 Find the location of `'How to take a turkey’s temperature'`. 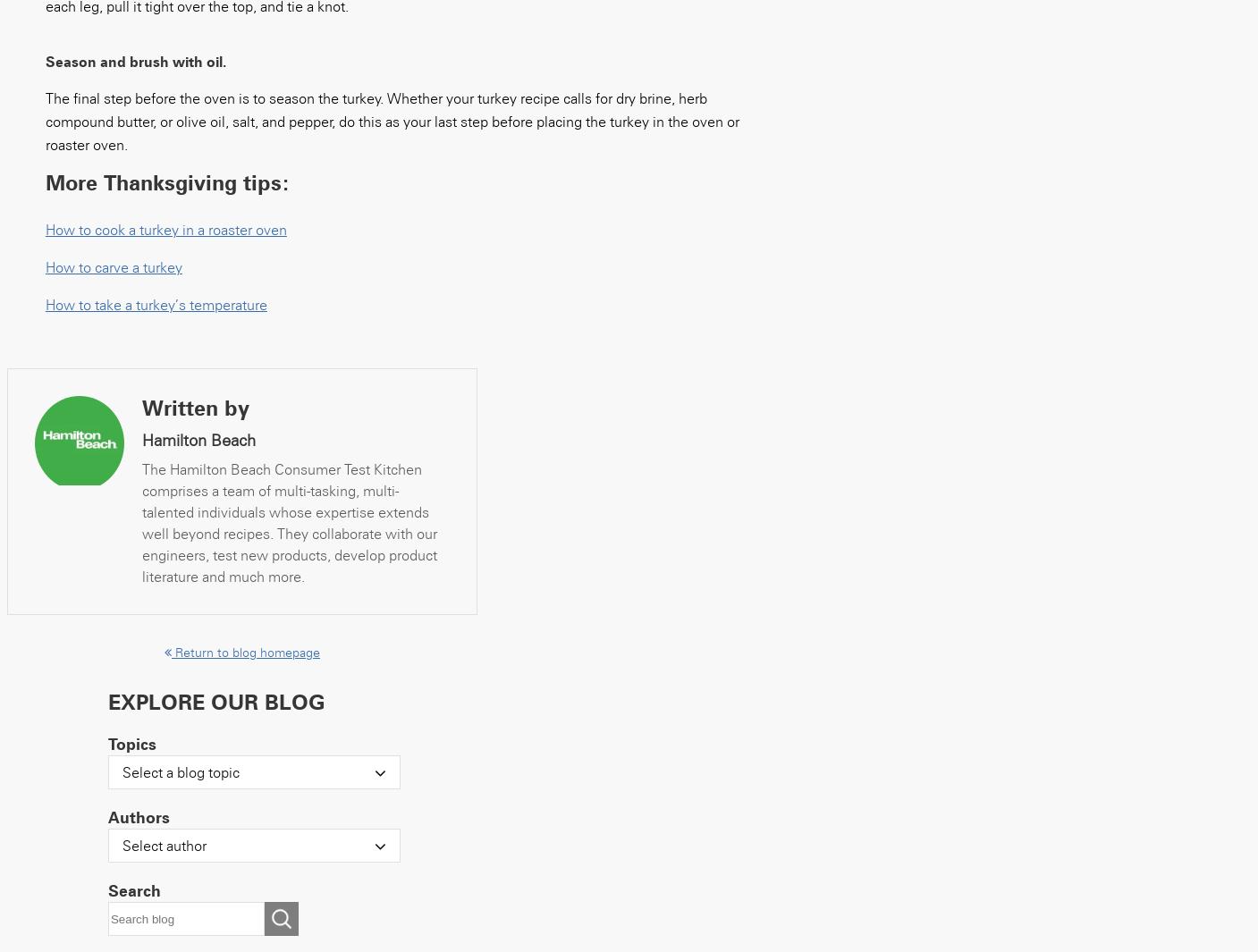

'How to take a turkey’s temperature' is located at coordinates (156, 302).